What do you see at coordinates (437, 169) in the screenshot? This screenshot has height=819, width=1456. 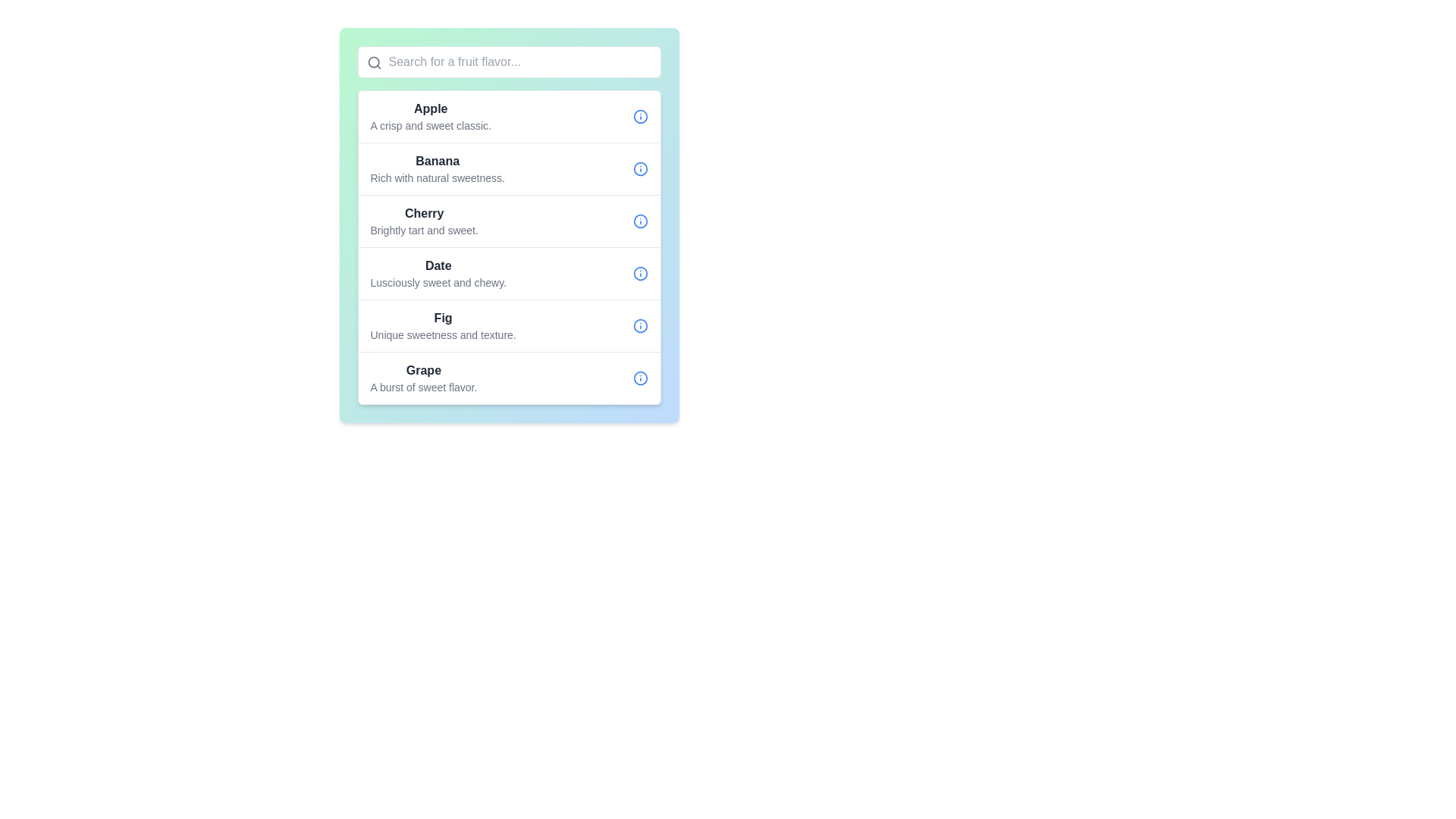 I see `the Text block that displays information about the fruit type, located below 'Apple' and above 'Cherry'` at bounding box center [437, 169].